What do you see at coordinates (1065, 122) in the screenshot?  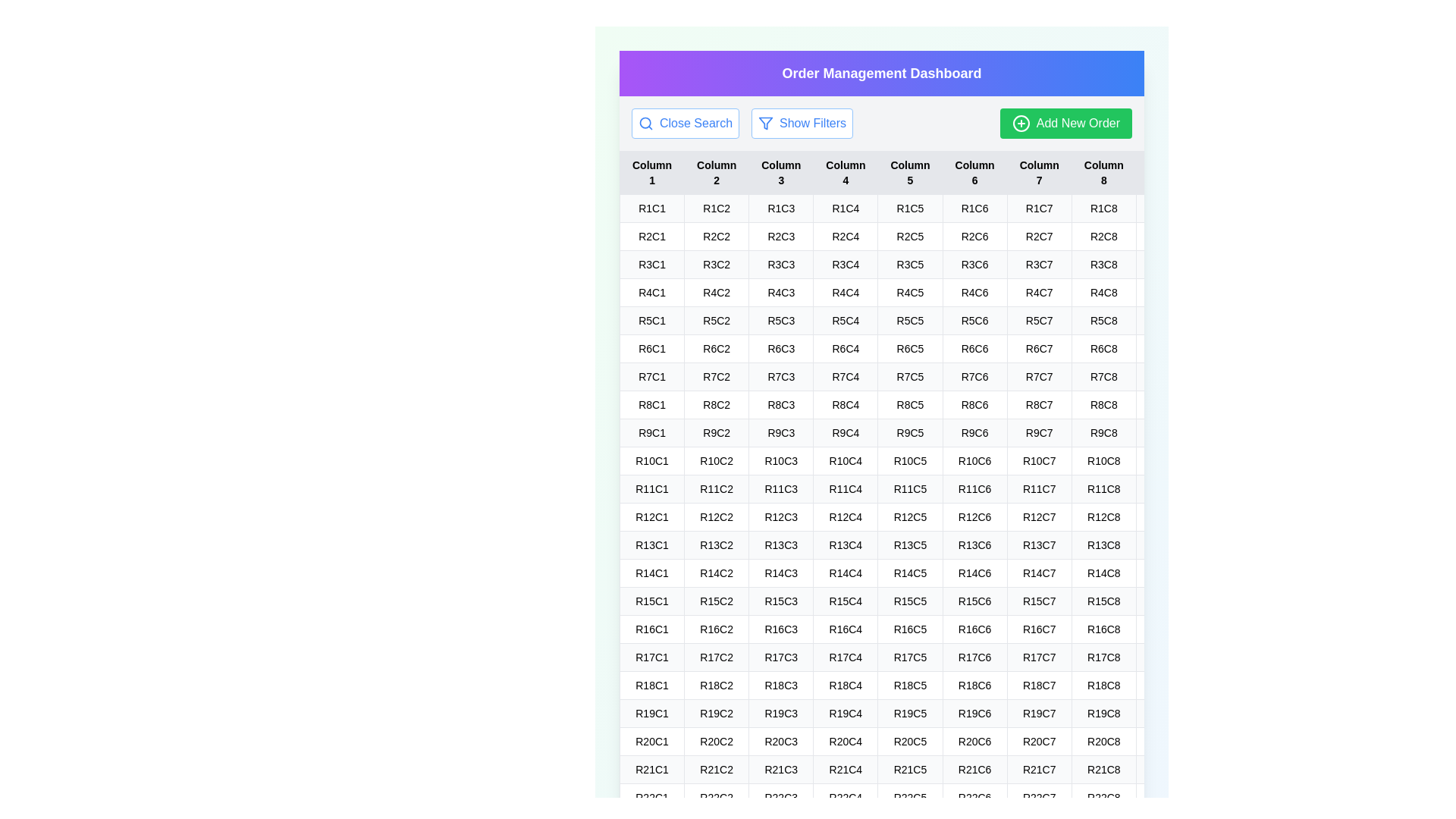 I see `the 'Add New Order' button` at bounding box center [1065, 122].